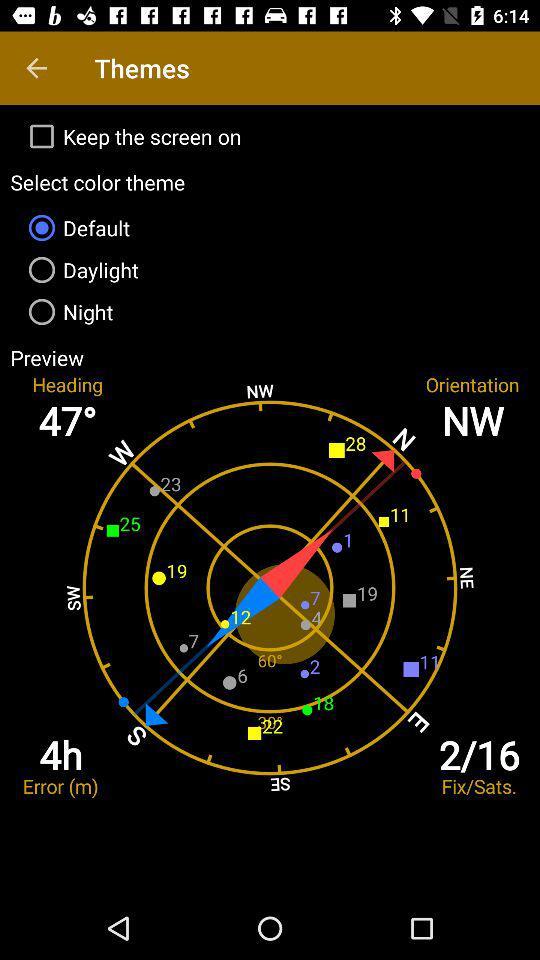 Image resolution: width=540 pixels, height=960 pixels. Describe the element at coordinates (270, 228) in the screenshot. I see `default icon` at that location.